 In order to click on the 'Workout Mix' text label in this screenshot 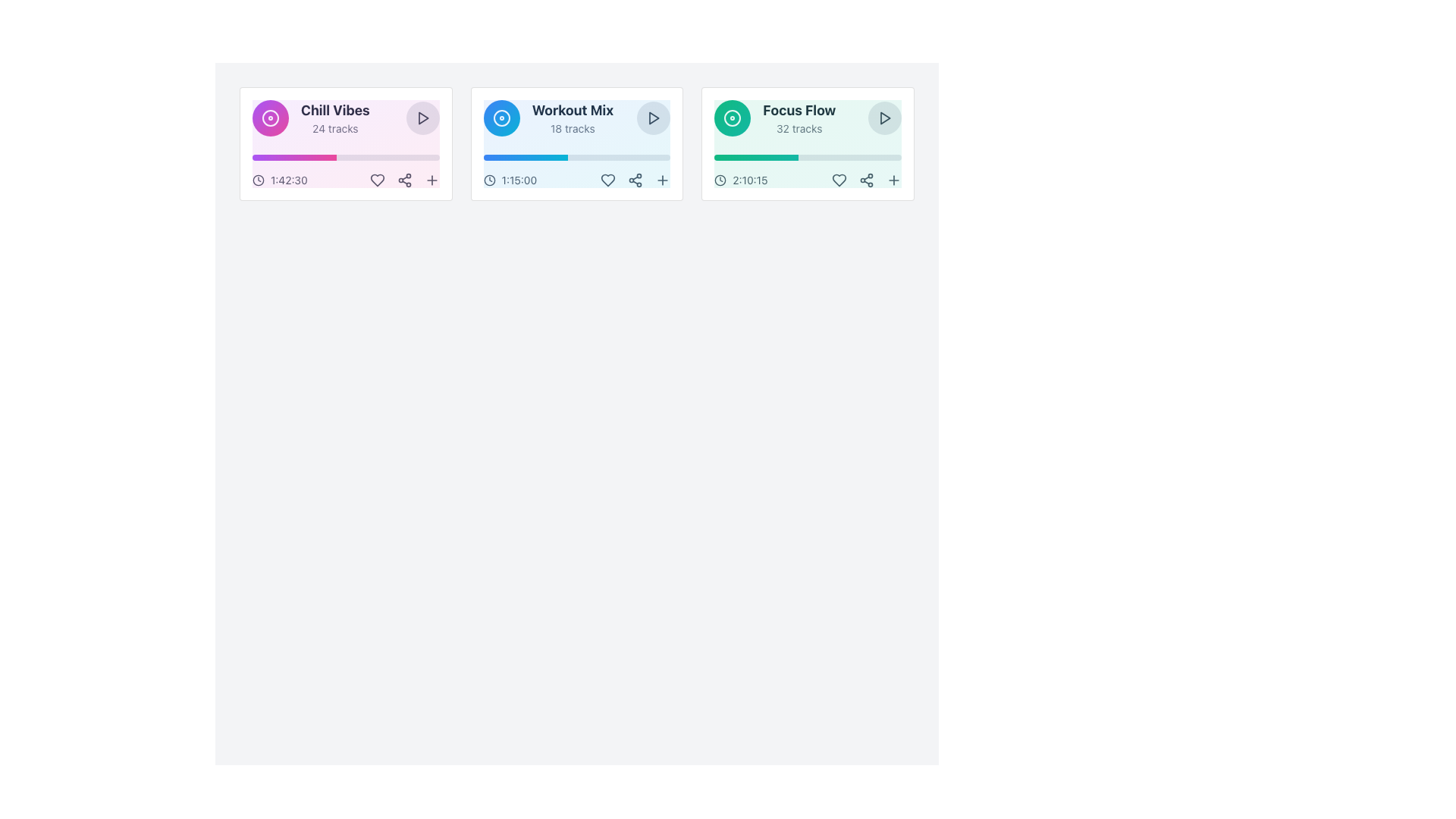, I will do `click(572, 117)`.